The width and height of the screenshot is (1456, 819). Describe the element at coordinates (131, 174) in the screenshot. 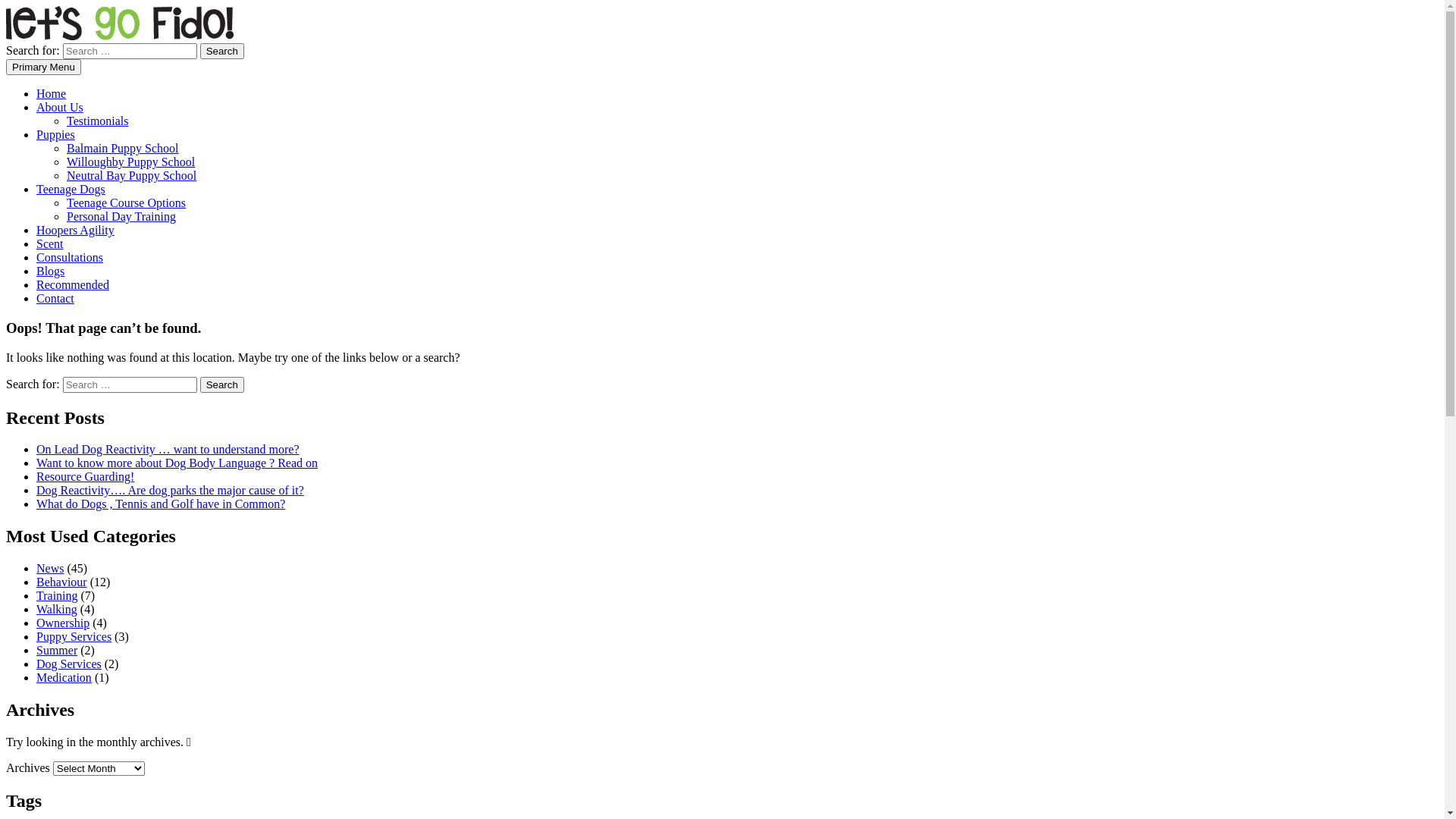

I see `'Neutral Bay Puppy School'` at that location.